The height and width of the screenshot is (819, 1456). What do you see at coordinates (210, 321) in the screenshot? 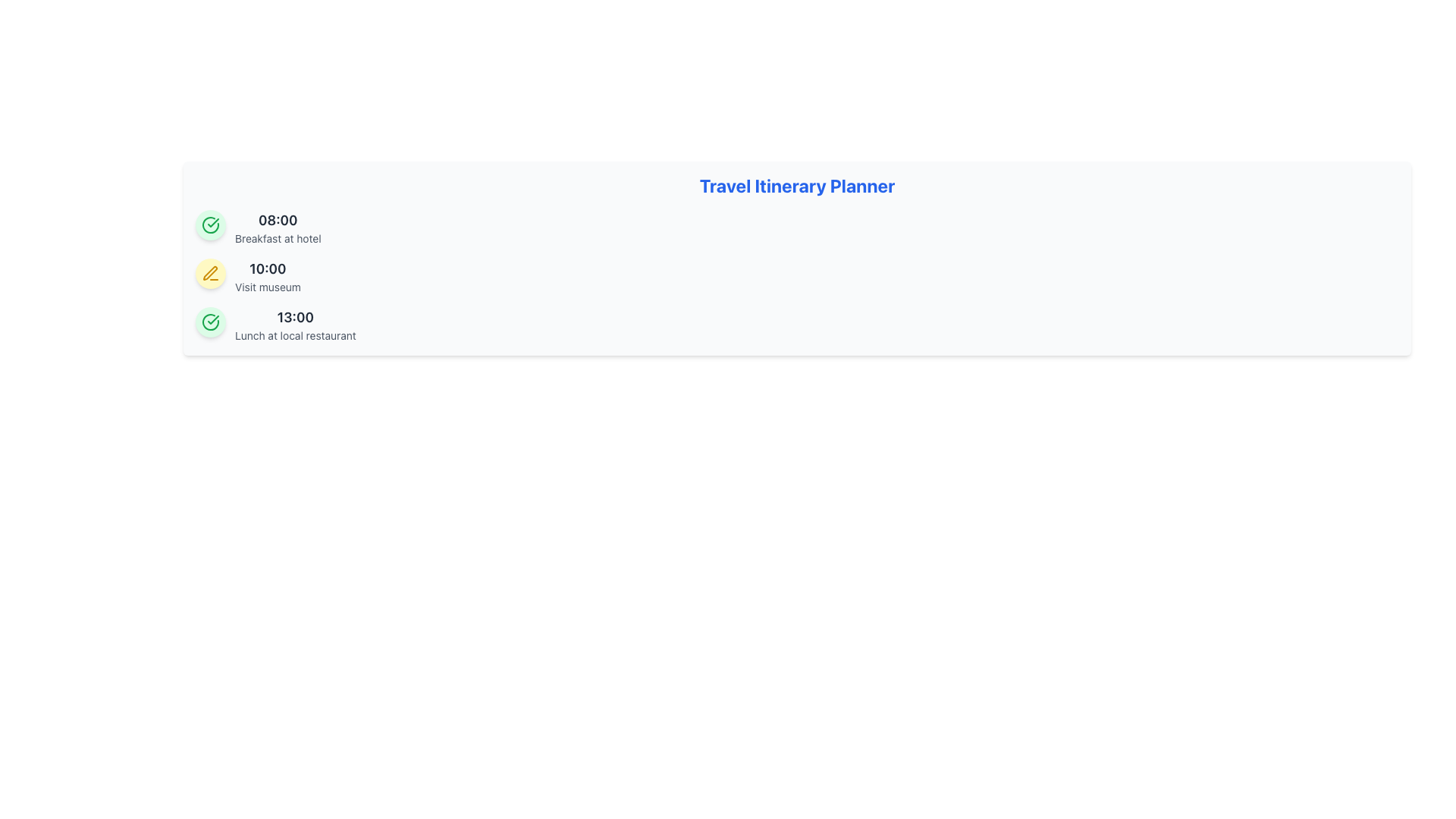
I see `the circular icon with a green background and checkmark symbol, located to the left of the text entry '13:00 Lunch at local restaurant' within the third row of scheduled items` at bounding box center [210, 321].